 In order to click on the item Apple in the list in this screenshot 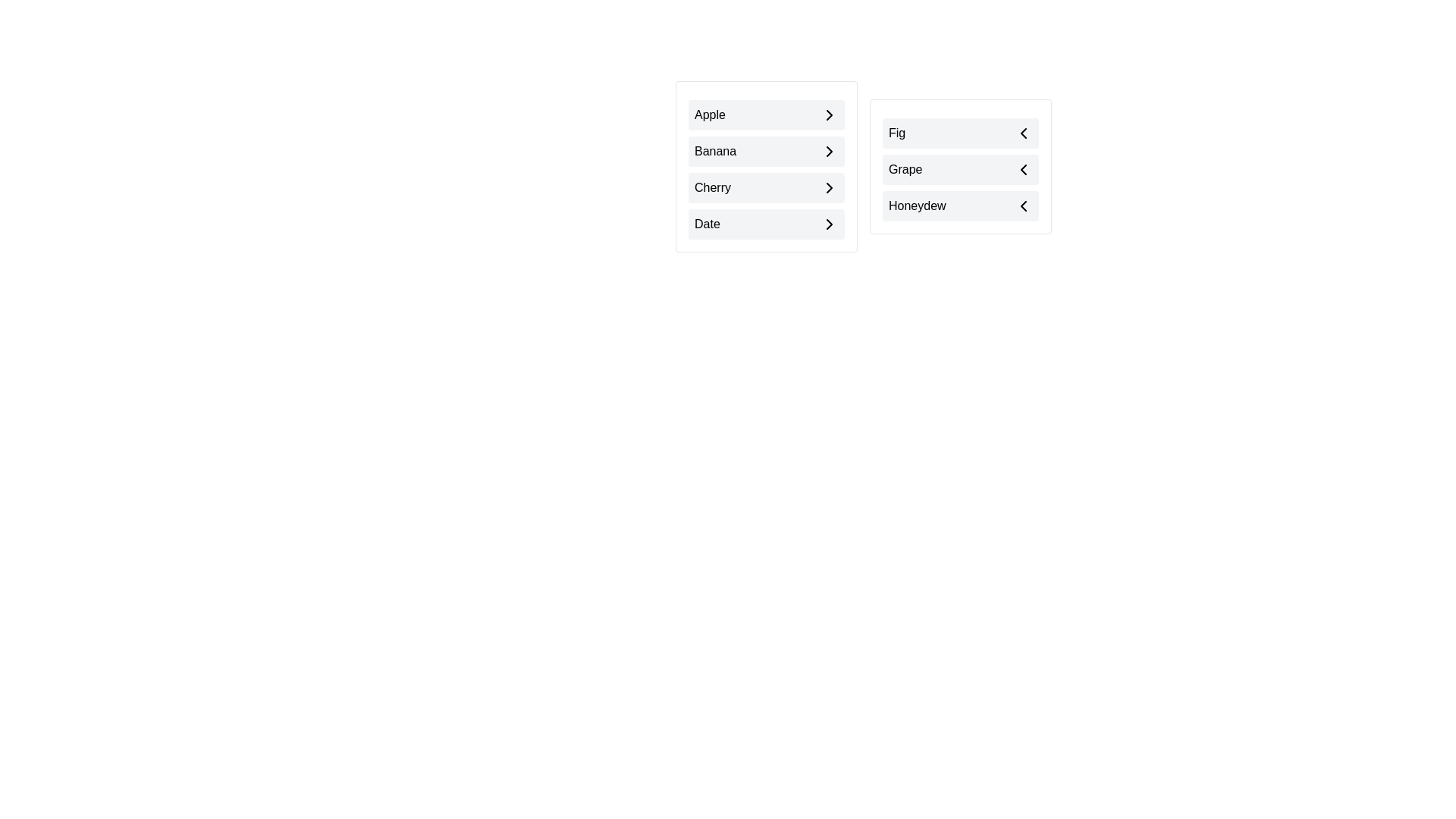, I will do `click(767, 114)`.